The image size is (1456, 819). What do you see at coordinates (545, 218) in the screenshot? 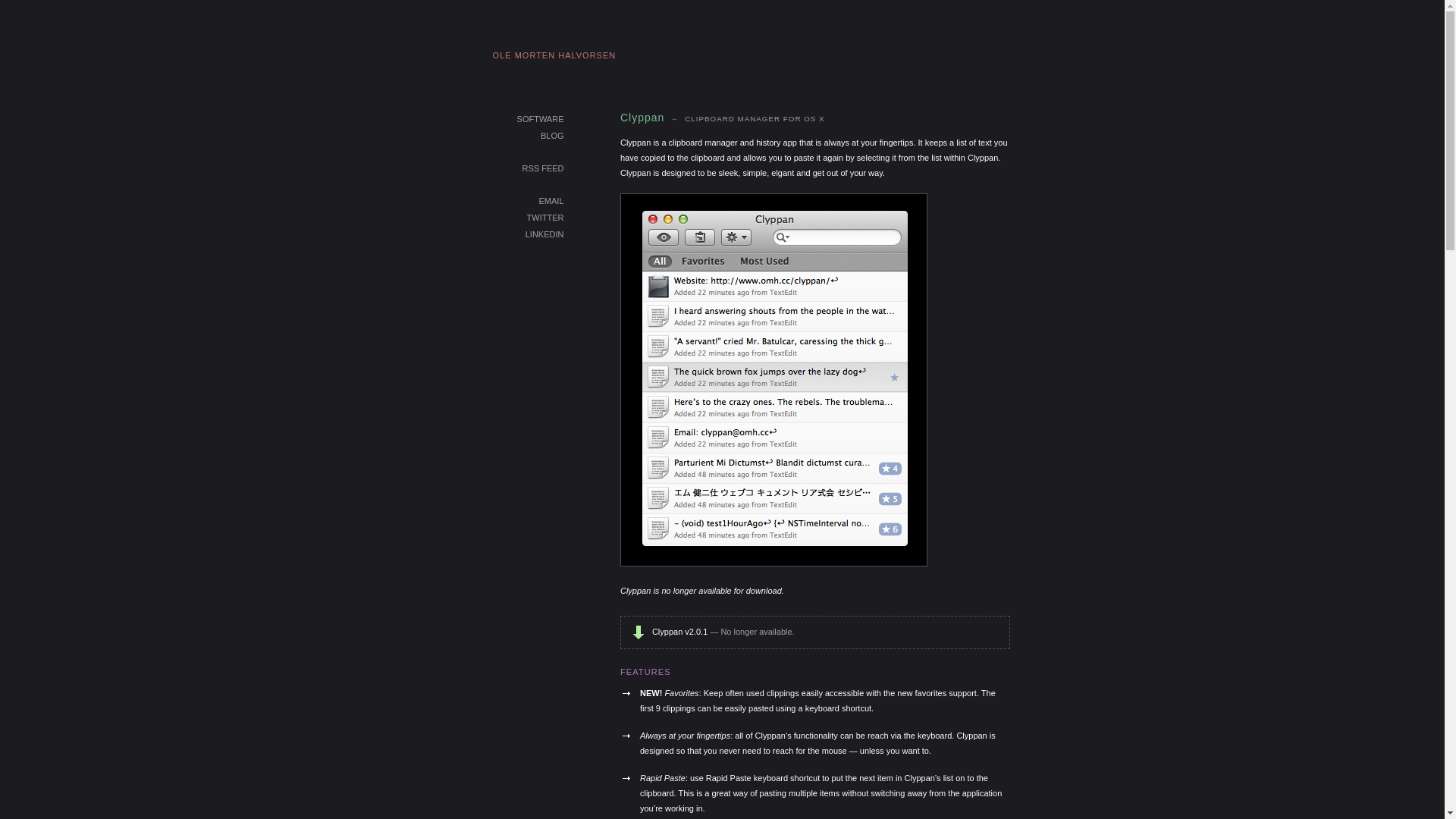
I see `'TWITTER'` at bounding box center [545, 218].